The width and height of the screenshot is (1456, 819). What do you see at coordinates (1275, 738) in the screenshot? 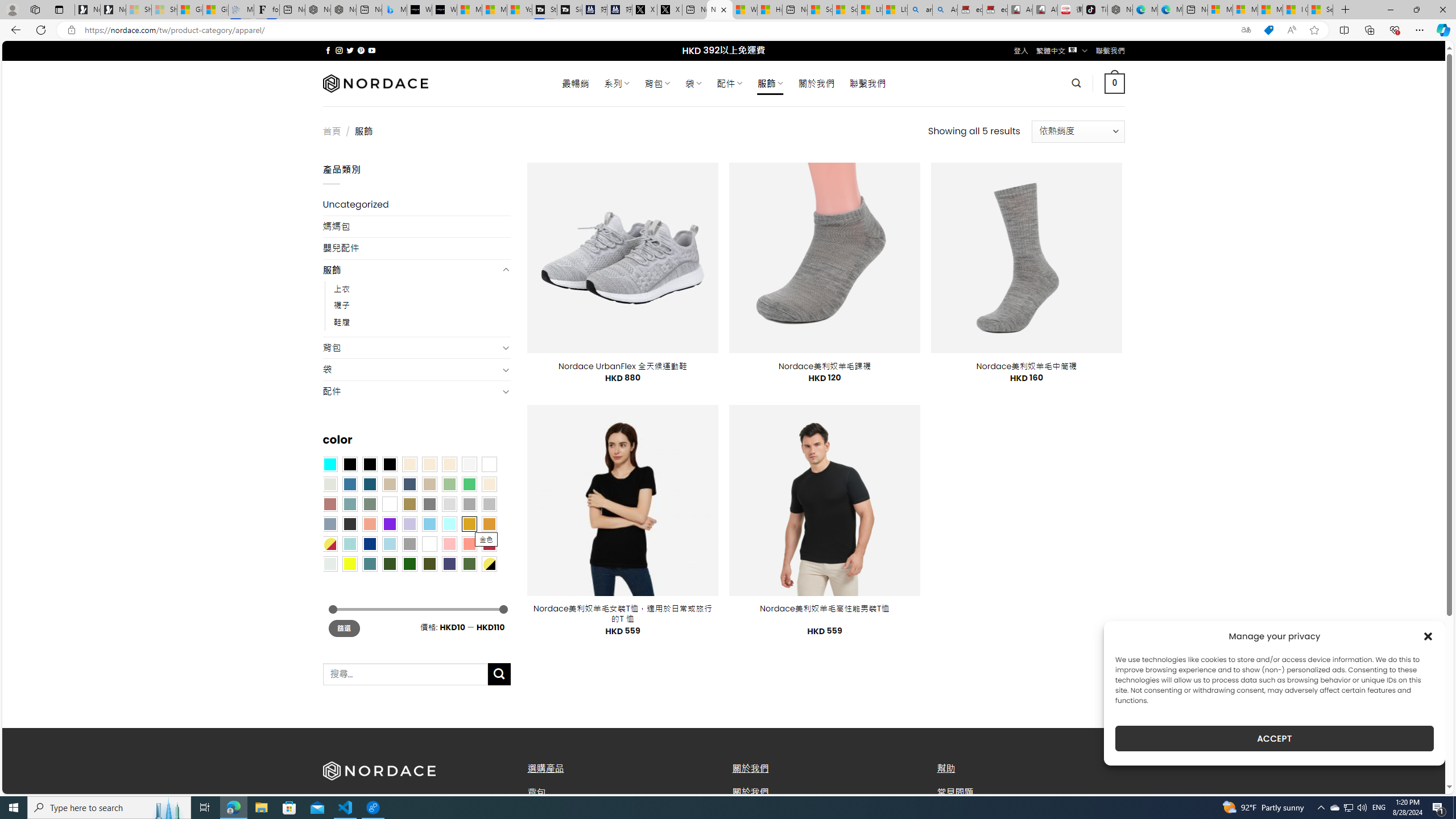
I see `'ACCEPT'` at bounding box center [1275, 738].